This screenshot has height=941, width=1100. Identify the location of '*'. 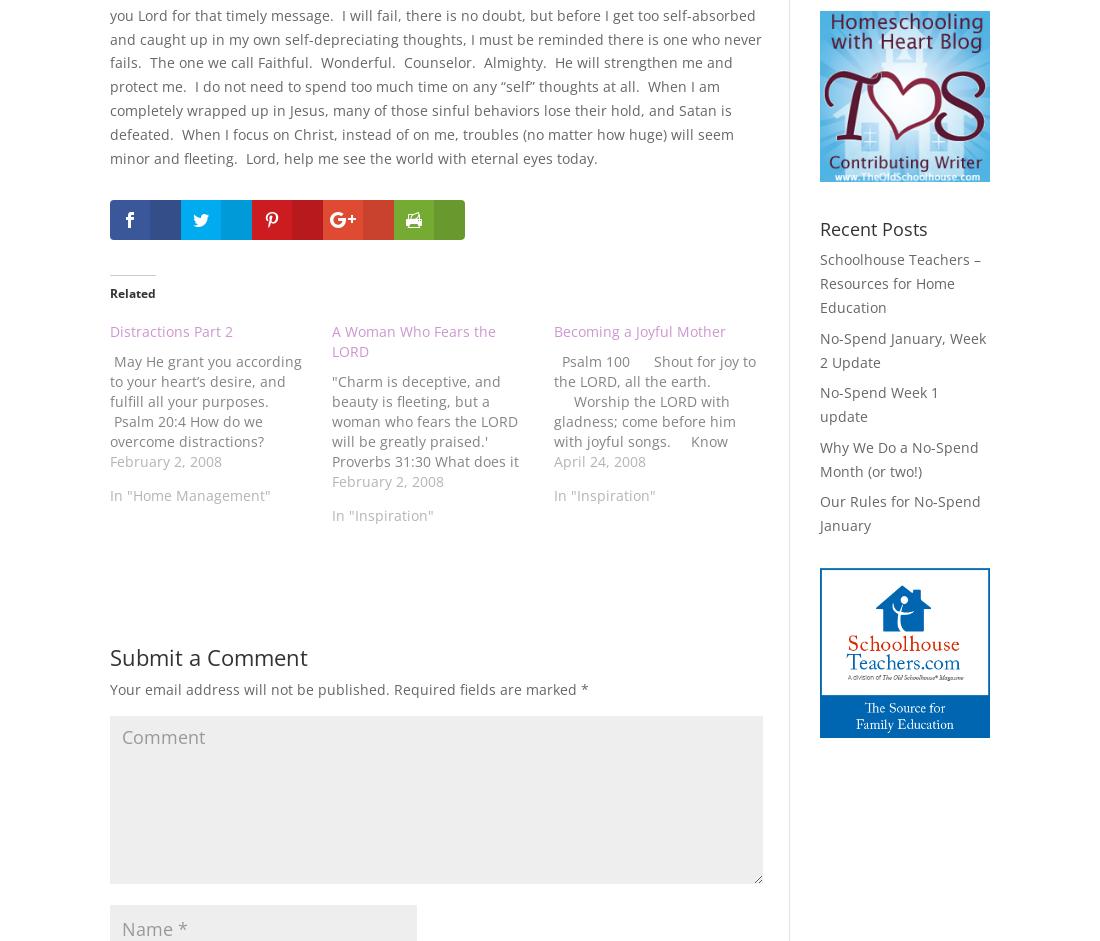
(583, 689).